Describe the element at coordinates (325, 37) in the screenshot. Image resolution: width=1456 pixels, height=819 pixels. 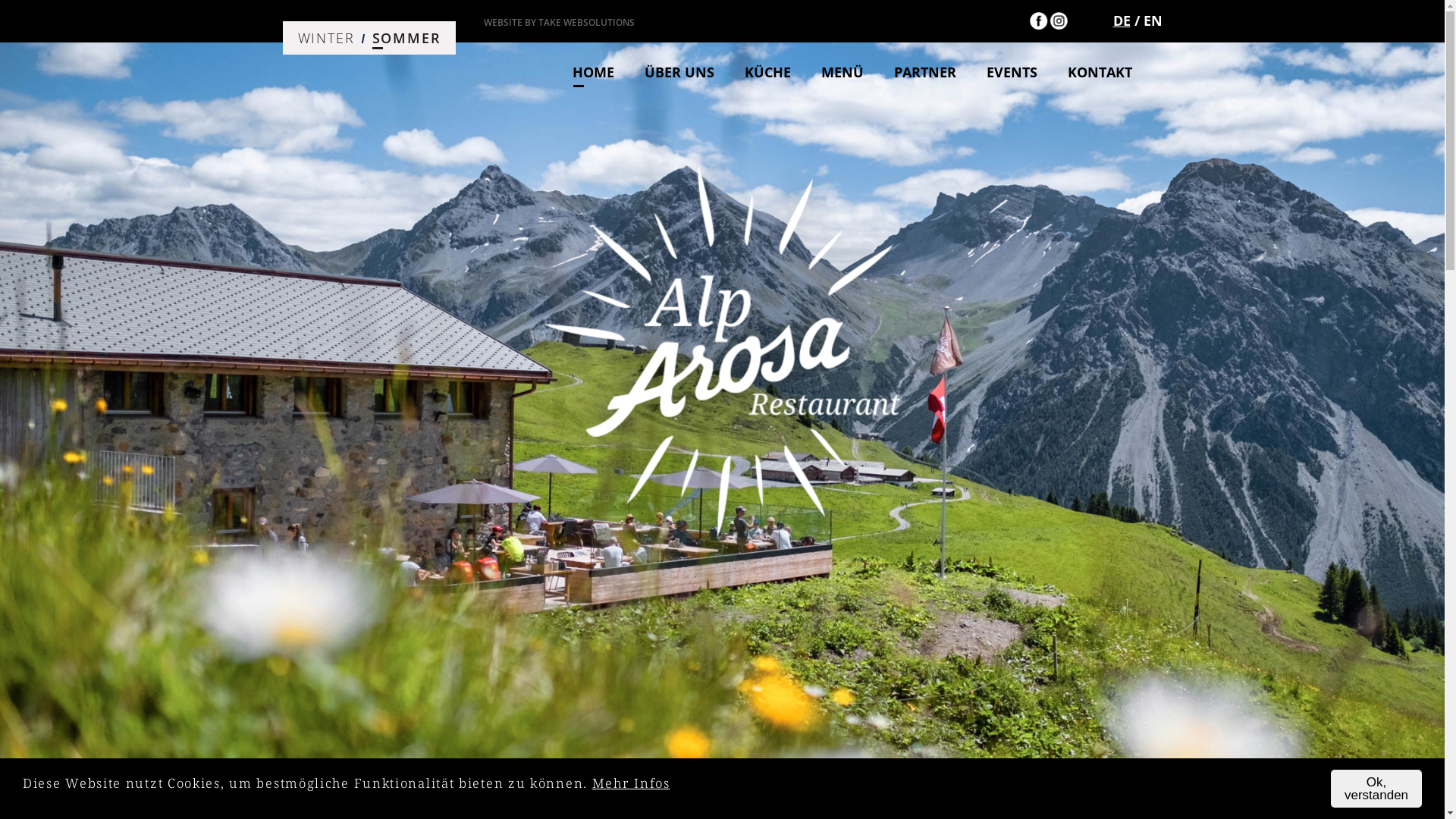
I see `'WINTER'` at that location.